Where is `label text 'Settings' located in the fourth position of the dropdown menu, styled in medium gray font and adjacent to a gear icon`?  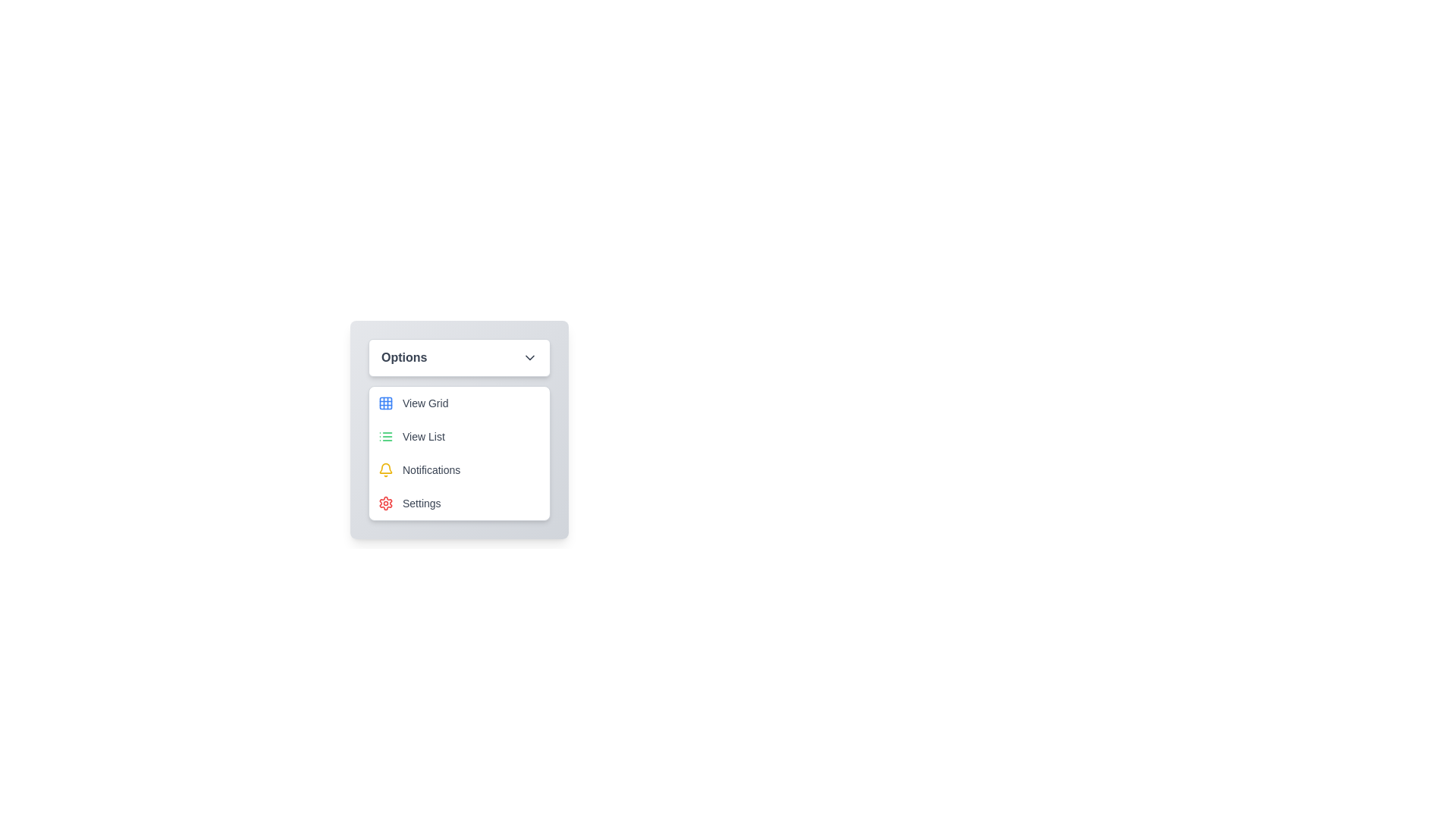
label text 'Settings' located in the fourth position of the dropdown menu, styled in medium gray font and adjacent to a gear icon is located at coordinates (422, 503).